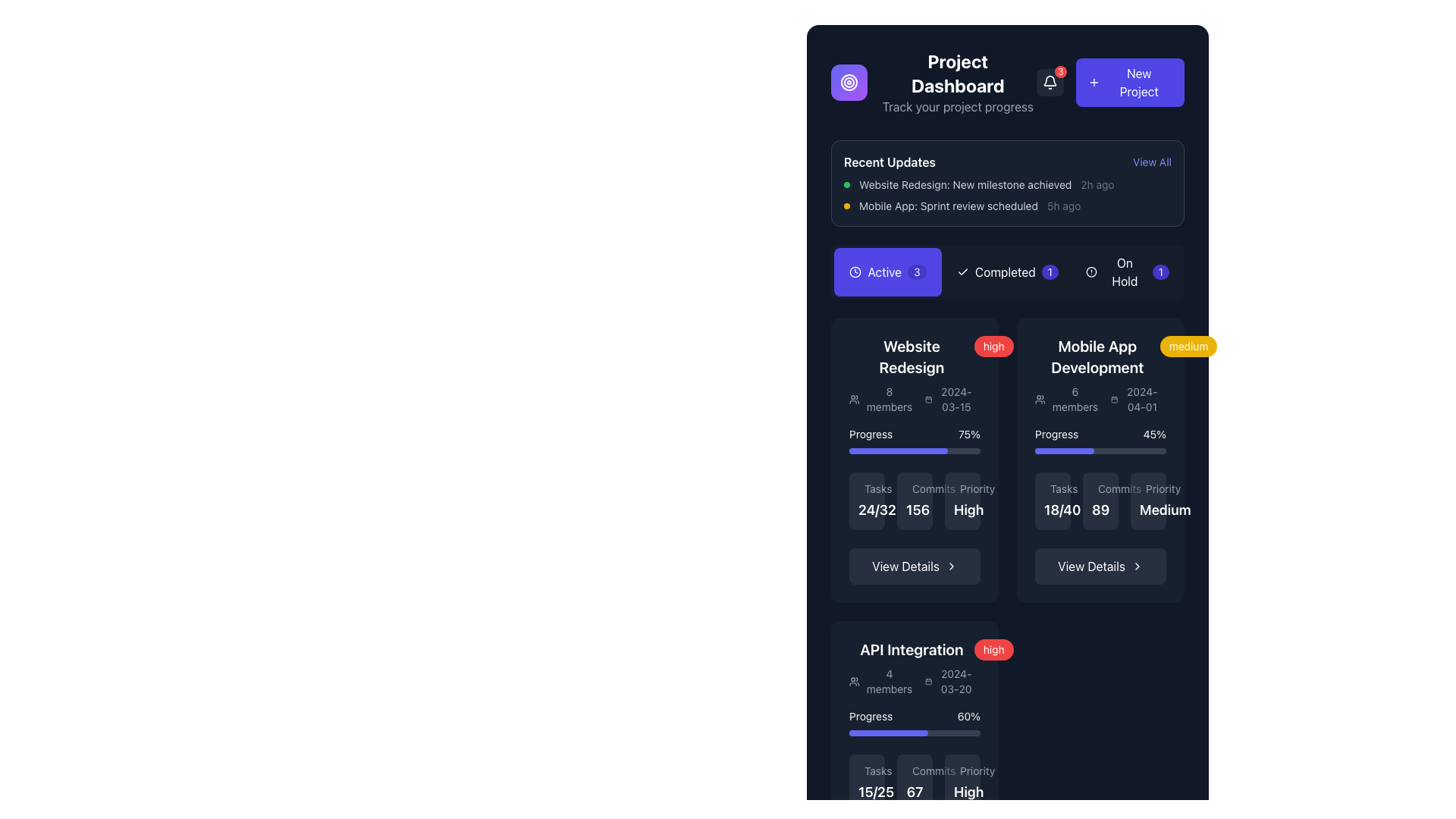 This screenshot has height=819, width=1456. Describe the element at coordinates (957, 106) in the screenshot. I see `the descriptive Text label located beneath the 'Project Dashboard' title, which provides context for the section` at that location.